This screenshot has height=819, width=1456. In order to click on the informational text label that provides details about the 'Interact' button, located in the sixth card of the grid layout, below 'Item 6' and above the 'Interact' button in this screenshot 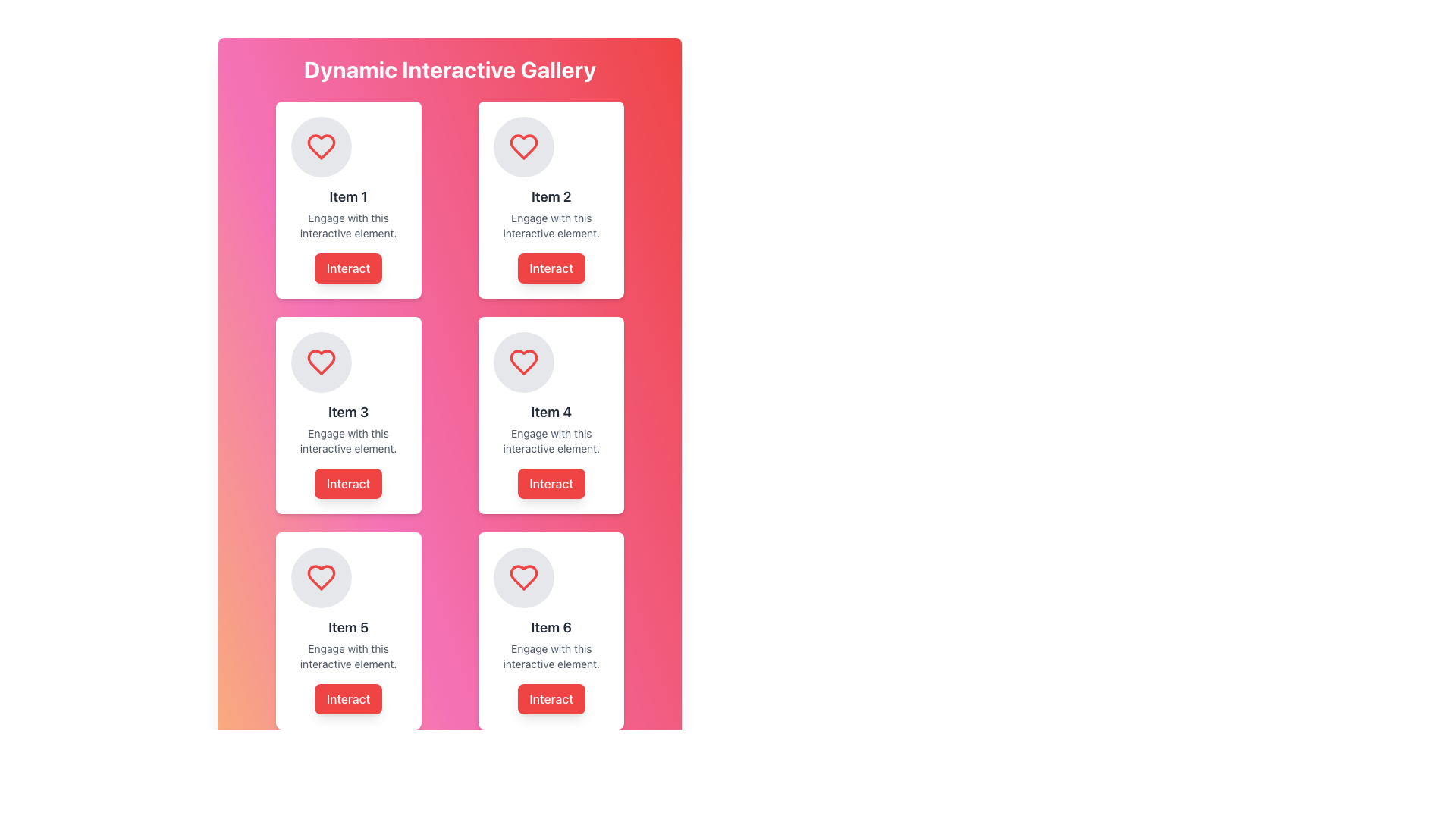, I will do `click(551, 656)`.